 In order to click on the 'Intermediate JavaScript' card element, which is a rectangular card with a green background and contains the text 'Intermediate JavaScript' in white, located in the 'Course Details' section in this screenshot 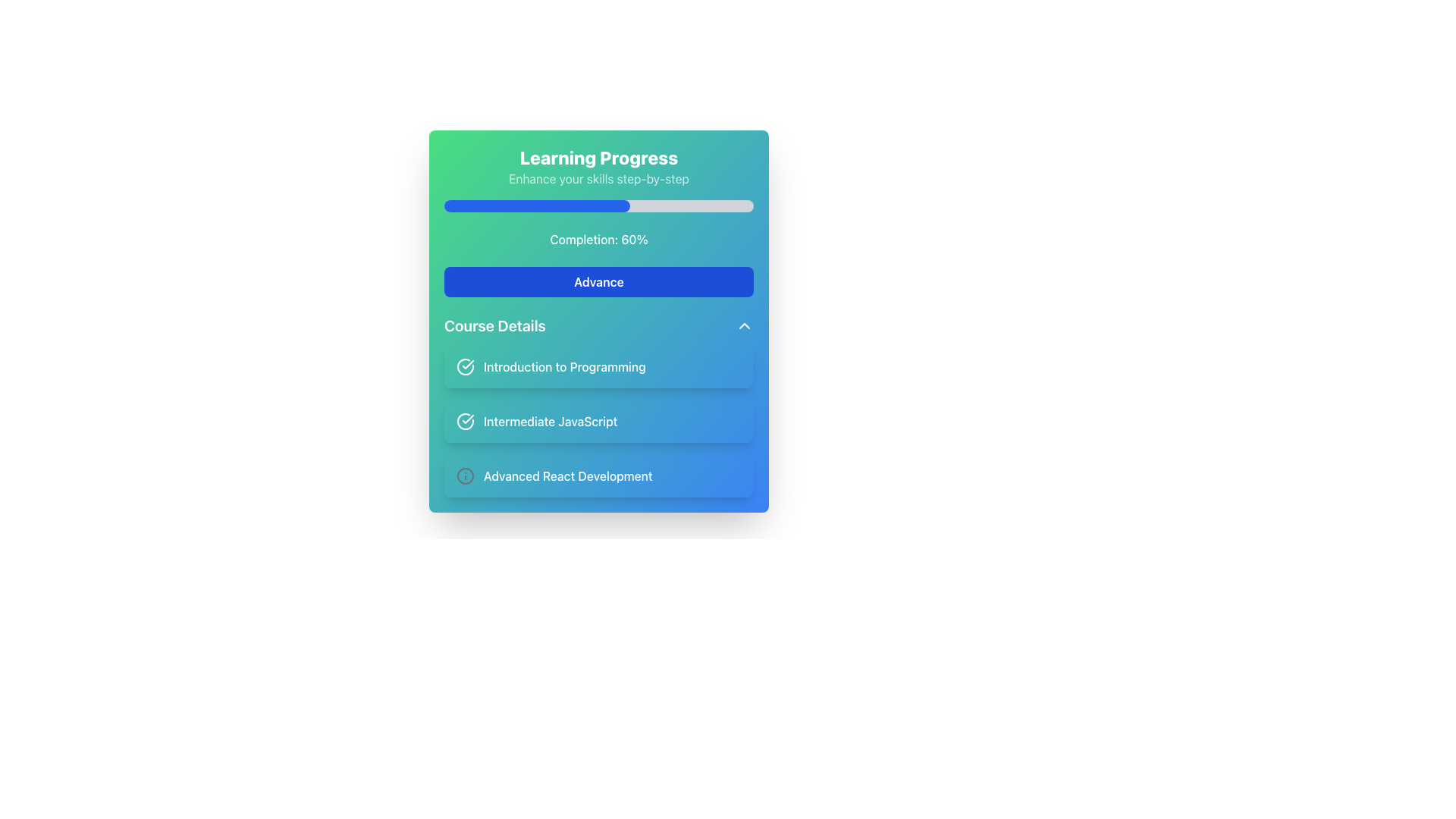, I will do `click(598, 421)`.